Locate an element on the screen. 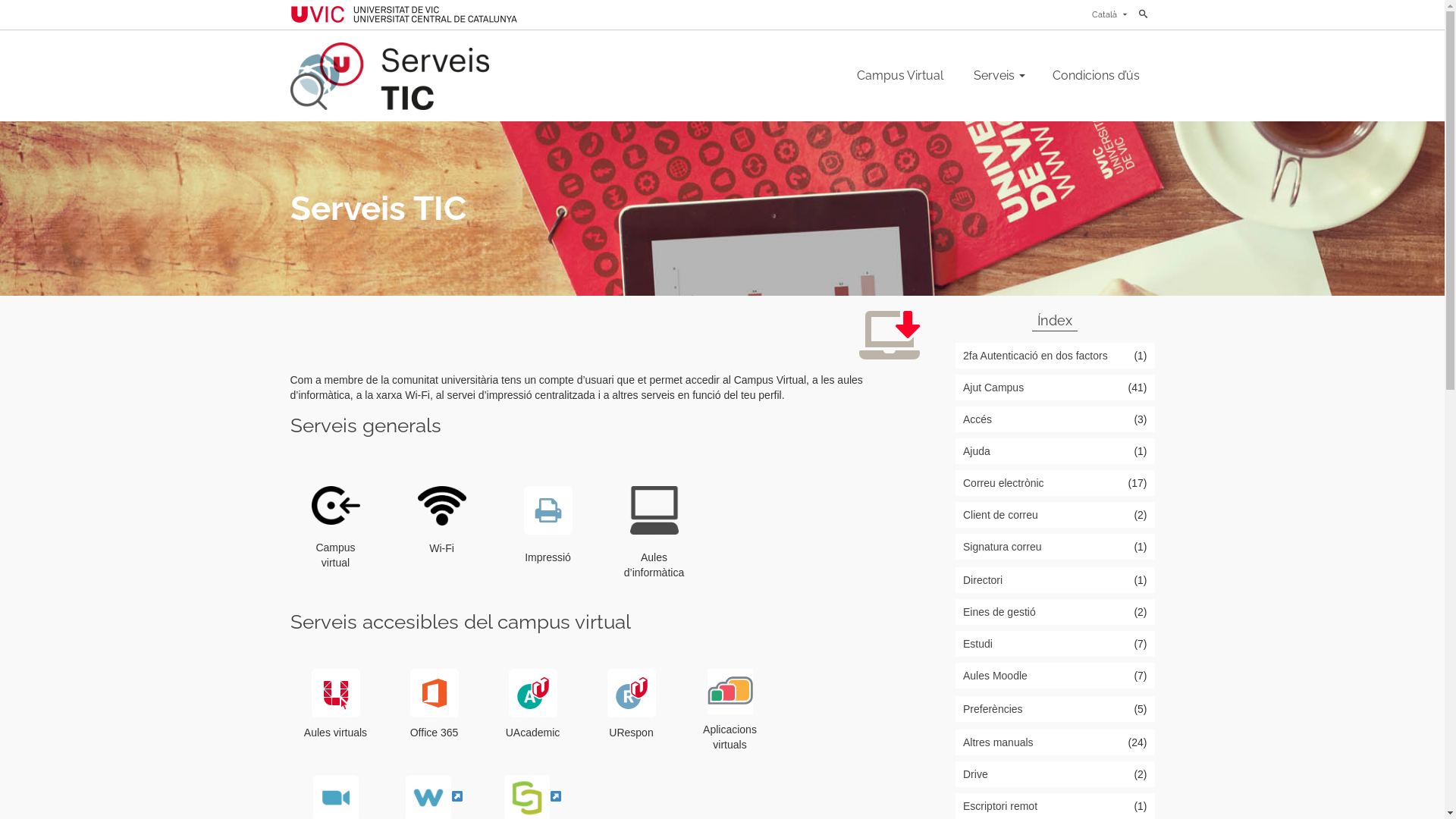  'Client de correu' is located at coordinates (1054, 513).